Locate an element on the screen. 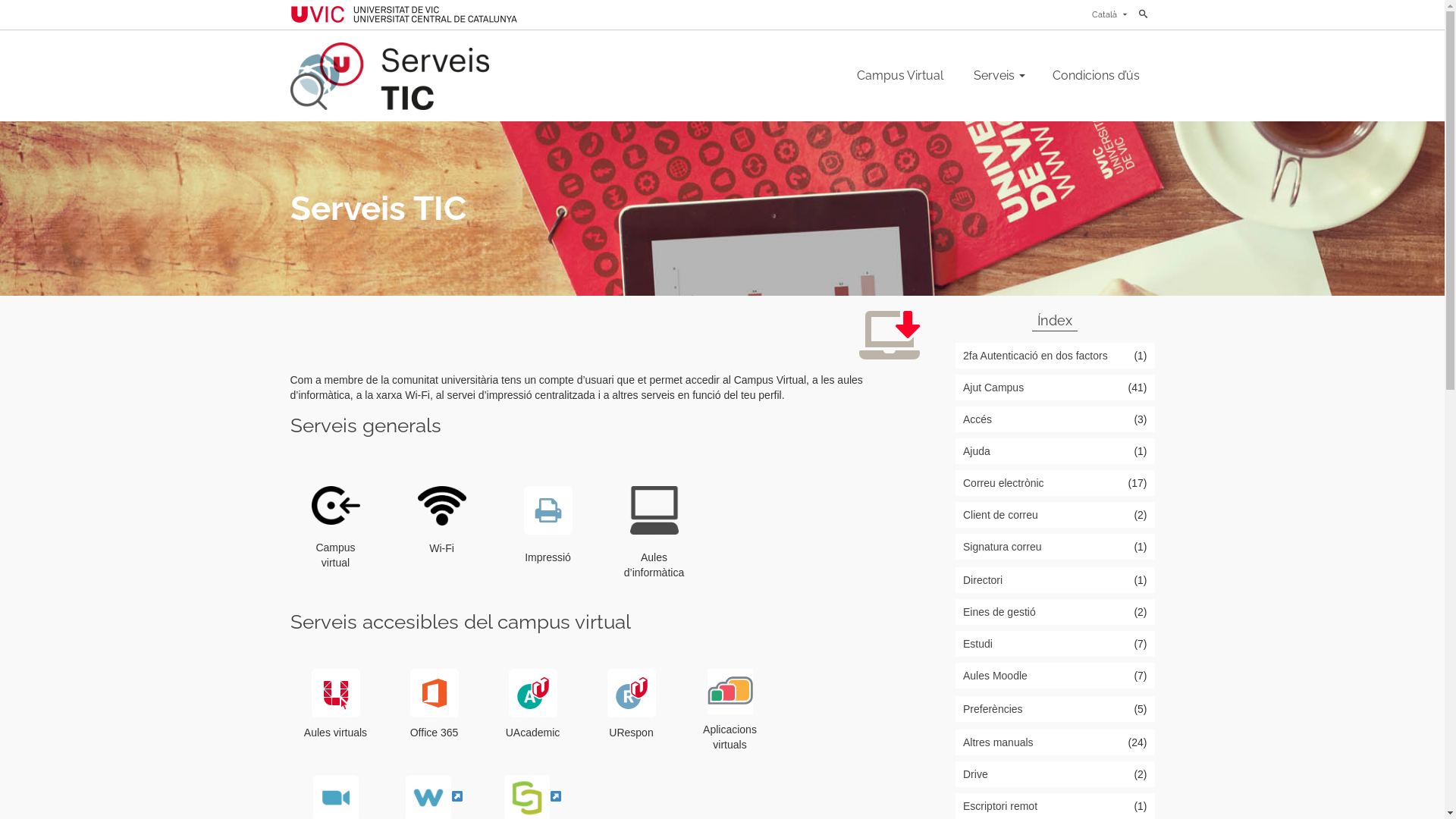  'Client de correu' is located at coordinates (1054, 513).